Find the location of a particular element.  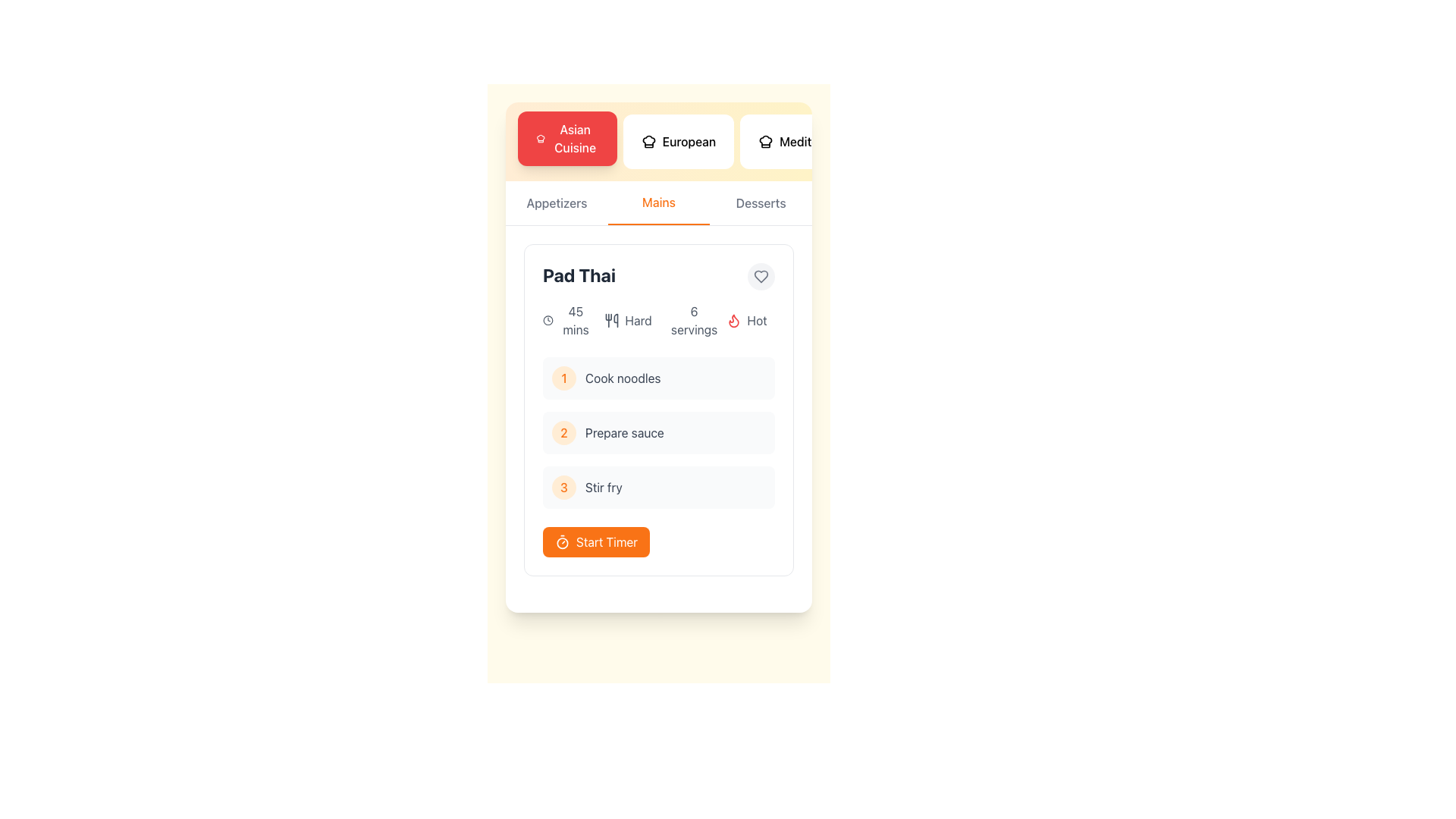

the 'Asian Cuisine' icon, which is a decorative element aligned vertically with the text label on the button is located at coordinates (541, 138).